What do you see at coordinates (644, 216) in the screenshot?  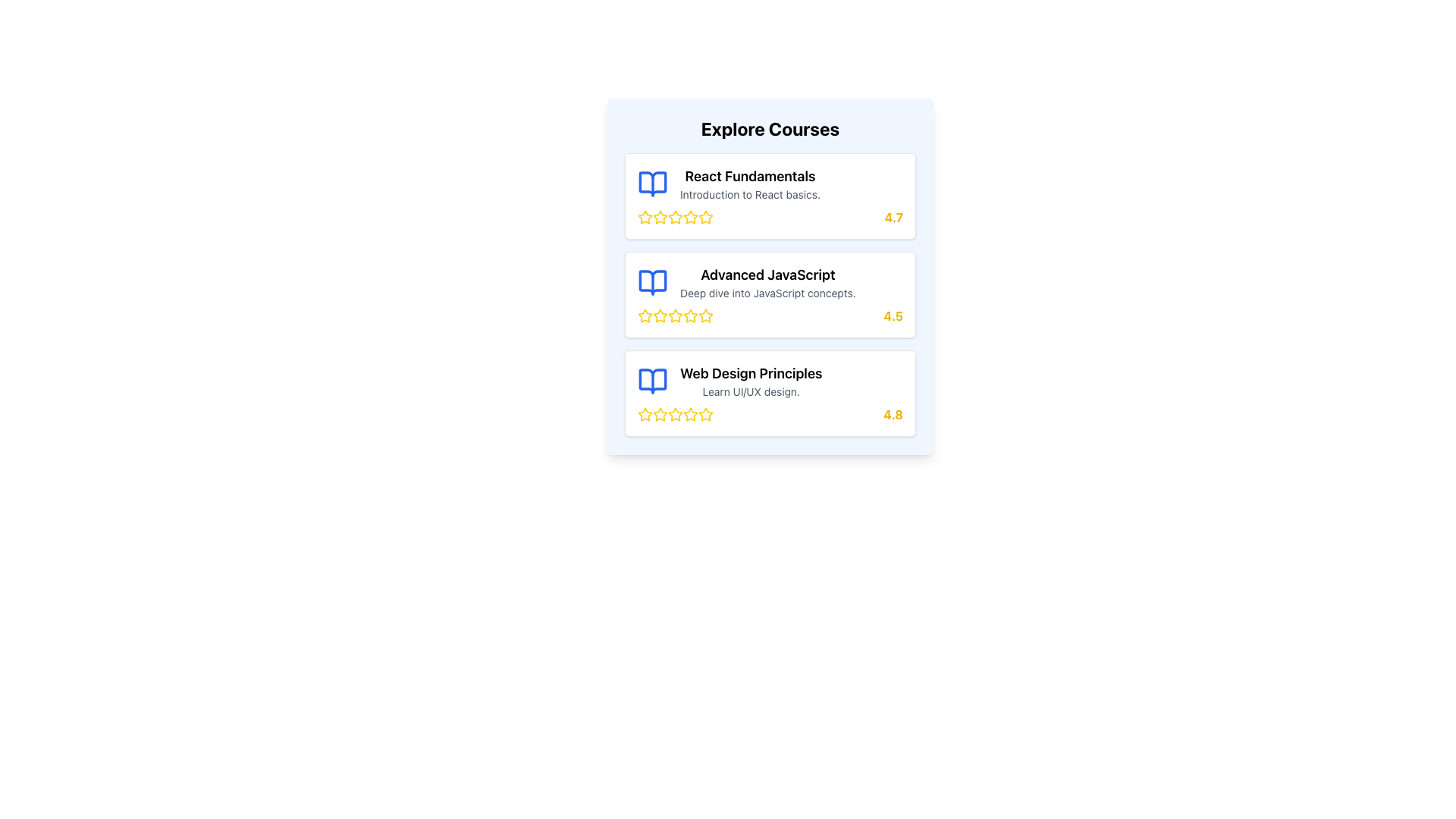 I see `the first unfilled star icon in the rating section under the course 'React Fundamentals'` at bounding box center [644, 216].